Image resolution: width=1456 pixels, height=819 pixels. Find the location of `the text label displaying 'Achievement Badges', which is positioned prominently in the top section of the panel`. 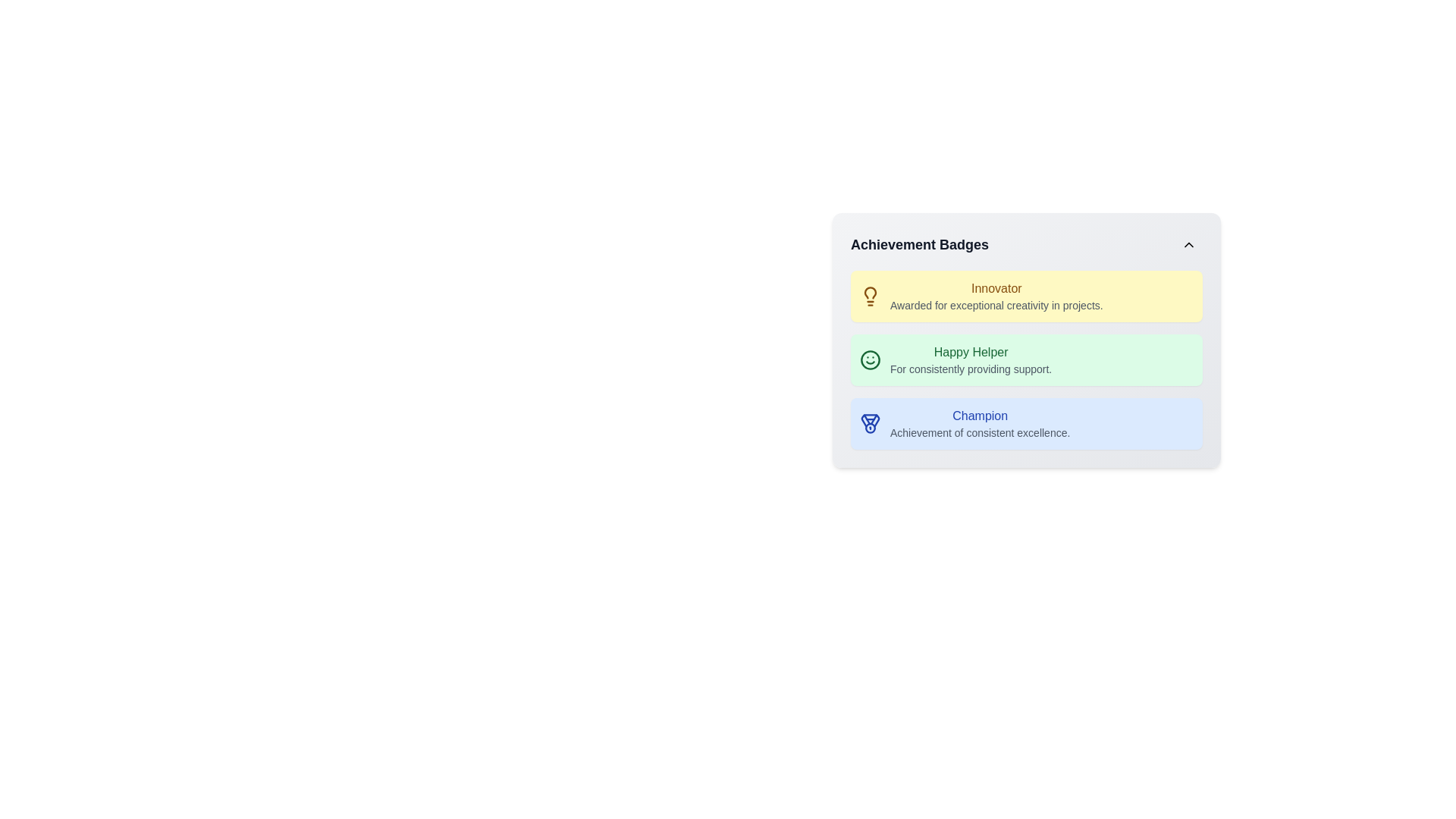

the text label displaying 'Achievement Badges', which is positioned prominently in the top section of the panel is located at coordinates (919, 244).